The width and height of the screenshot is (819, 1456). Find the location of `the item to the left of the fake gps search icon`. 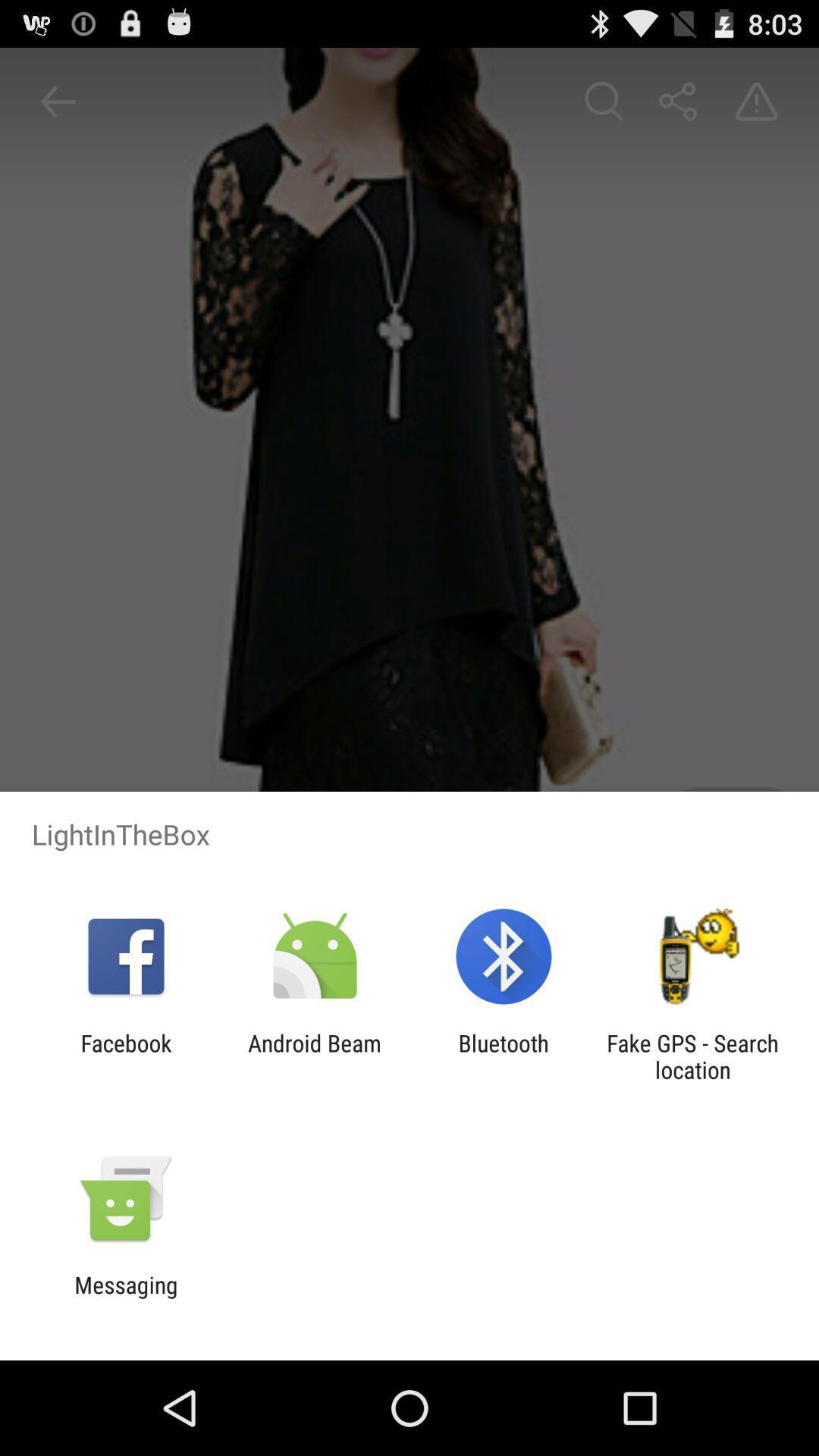

the item to the left of the fake gps search icon is located at coordinates (504, 1056).